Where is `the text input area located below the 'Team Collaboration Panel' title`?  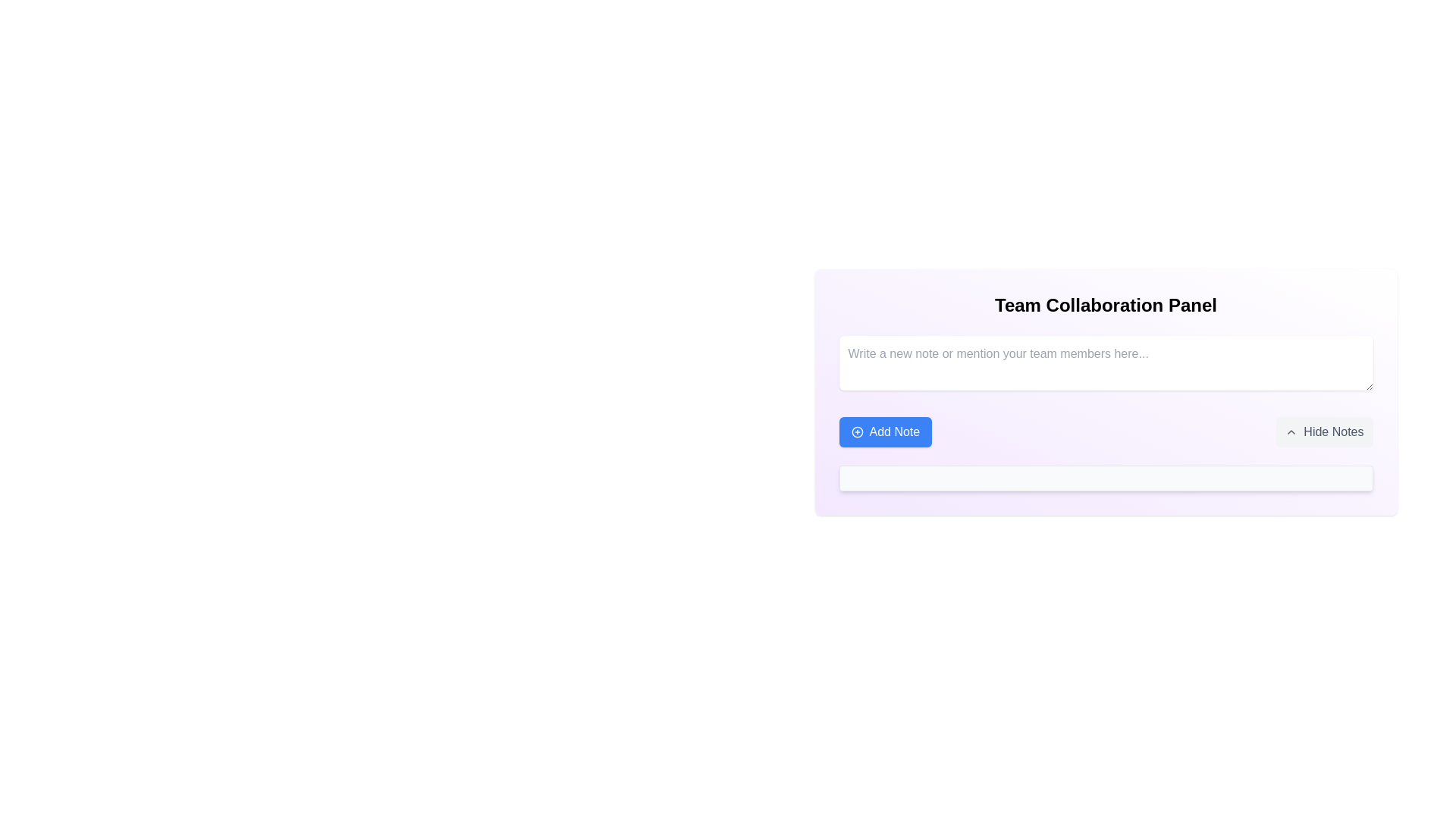
the text input area located below the 'Team Collaboration Panel' title is located at coordinates (1106, 362).